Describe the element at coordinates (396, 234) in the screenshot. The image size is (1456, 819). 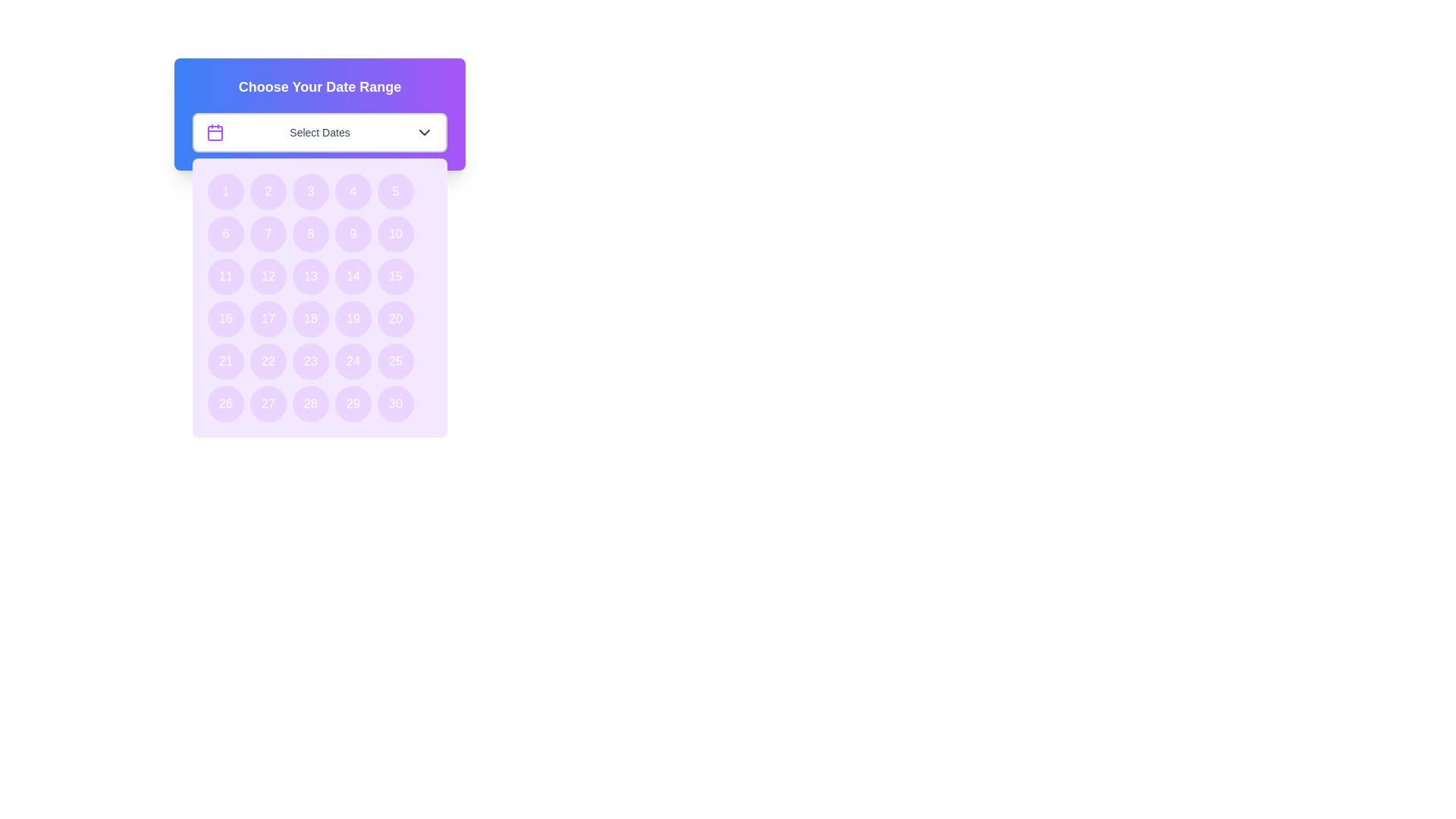
I see `the circular button with a light purple background displaying the number '10'` at that location.